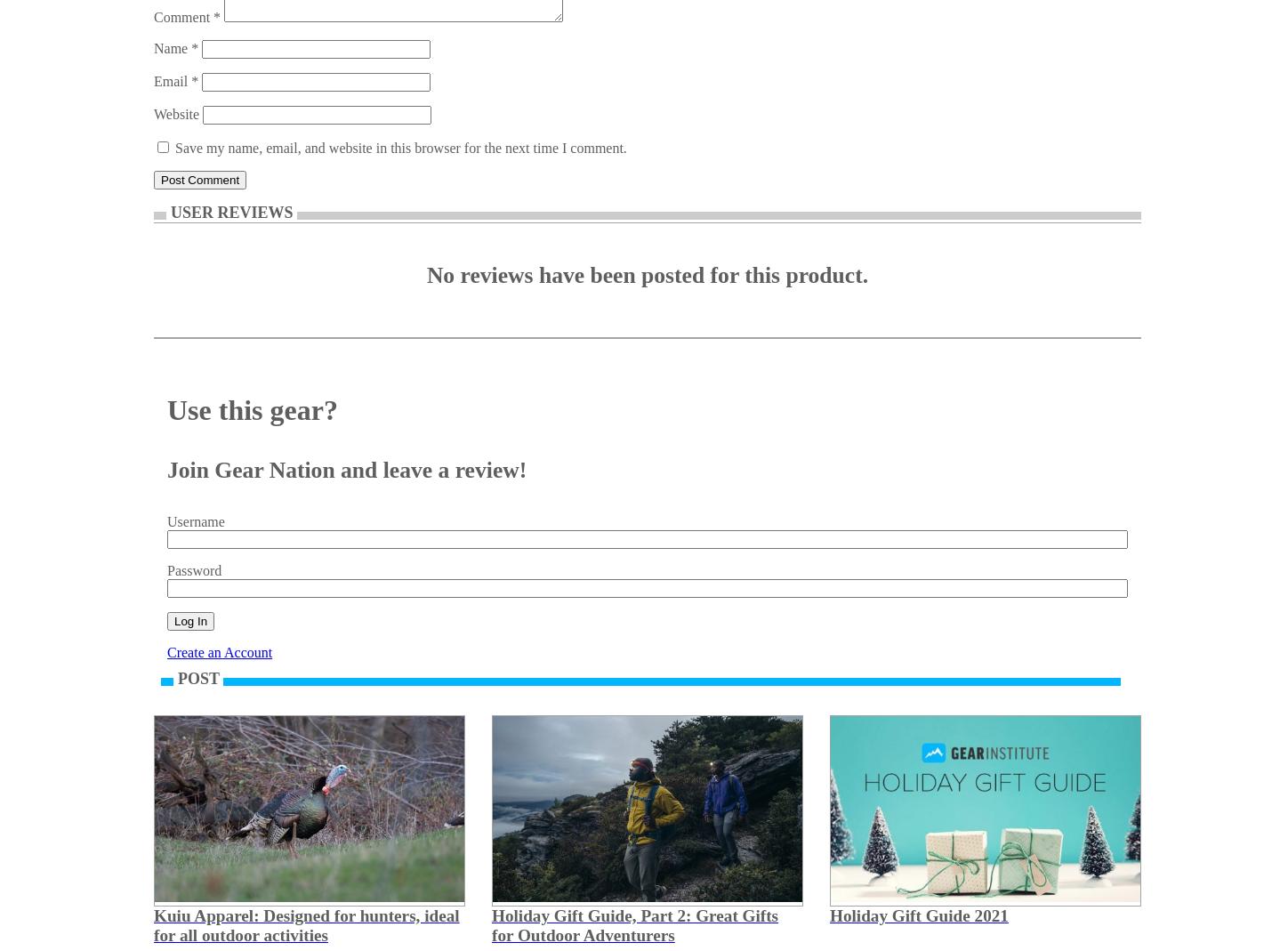  I want to click on 'Name', so click(153, 47).